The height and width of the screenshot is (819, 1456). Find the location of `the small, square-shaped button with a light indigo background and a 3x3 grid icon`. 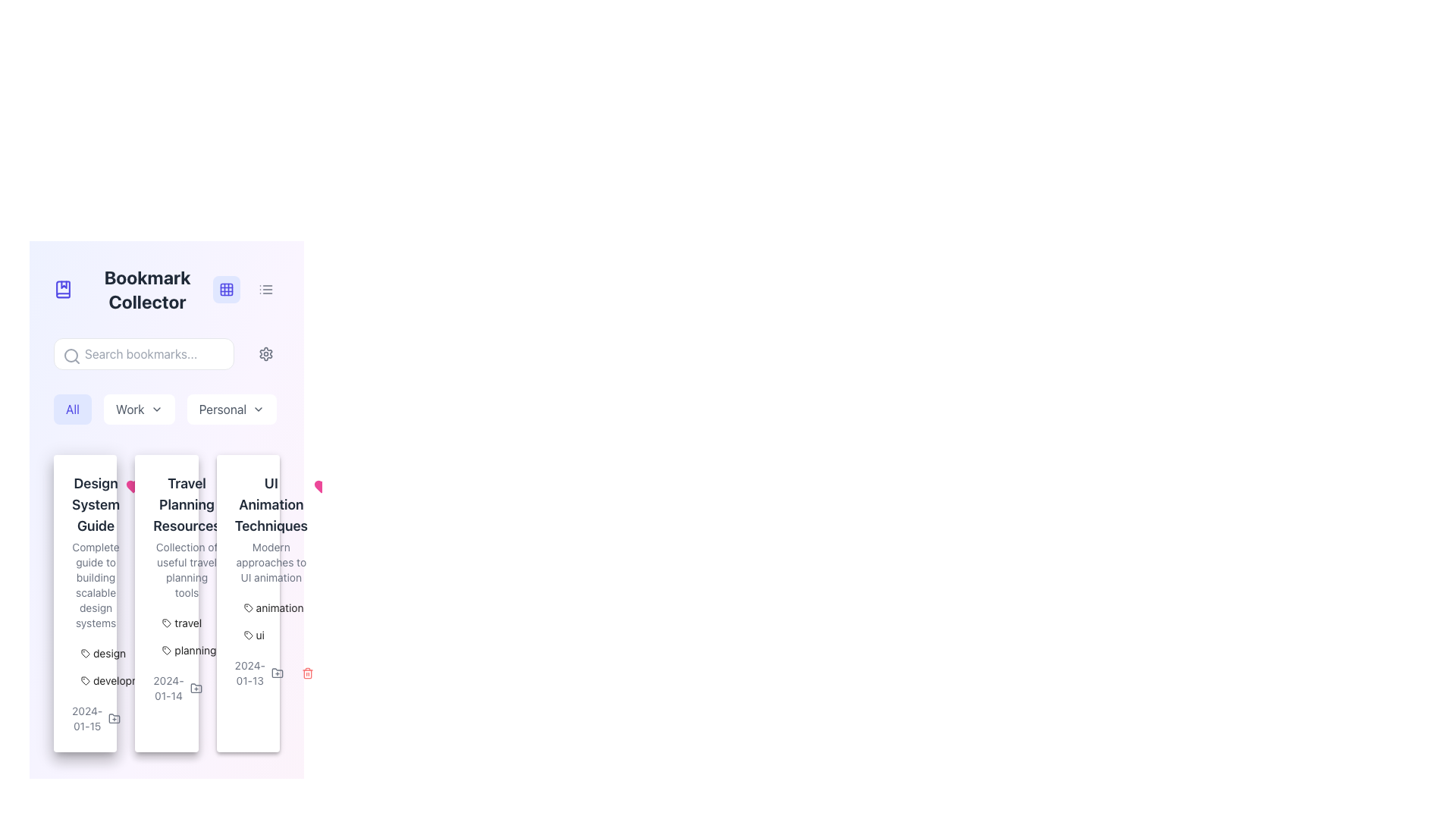

the small, square-shaped button with a light indigo background and a 3x3 grid icon is located at coordinates (225, 289).